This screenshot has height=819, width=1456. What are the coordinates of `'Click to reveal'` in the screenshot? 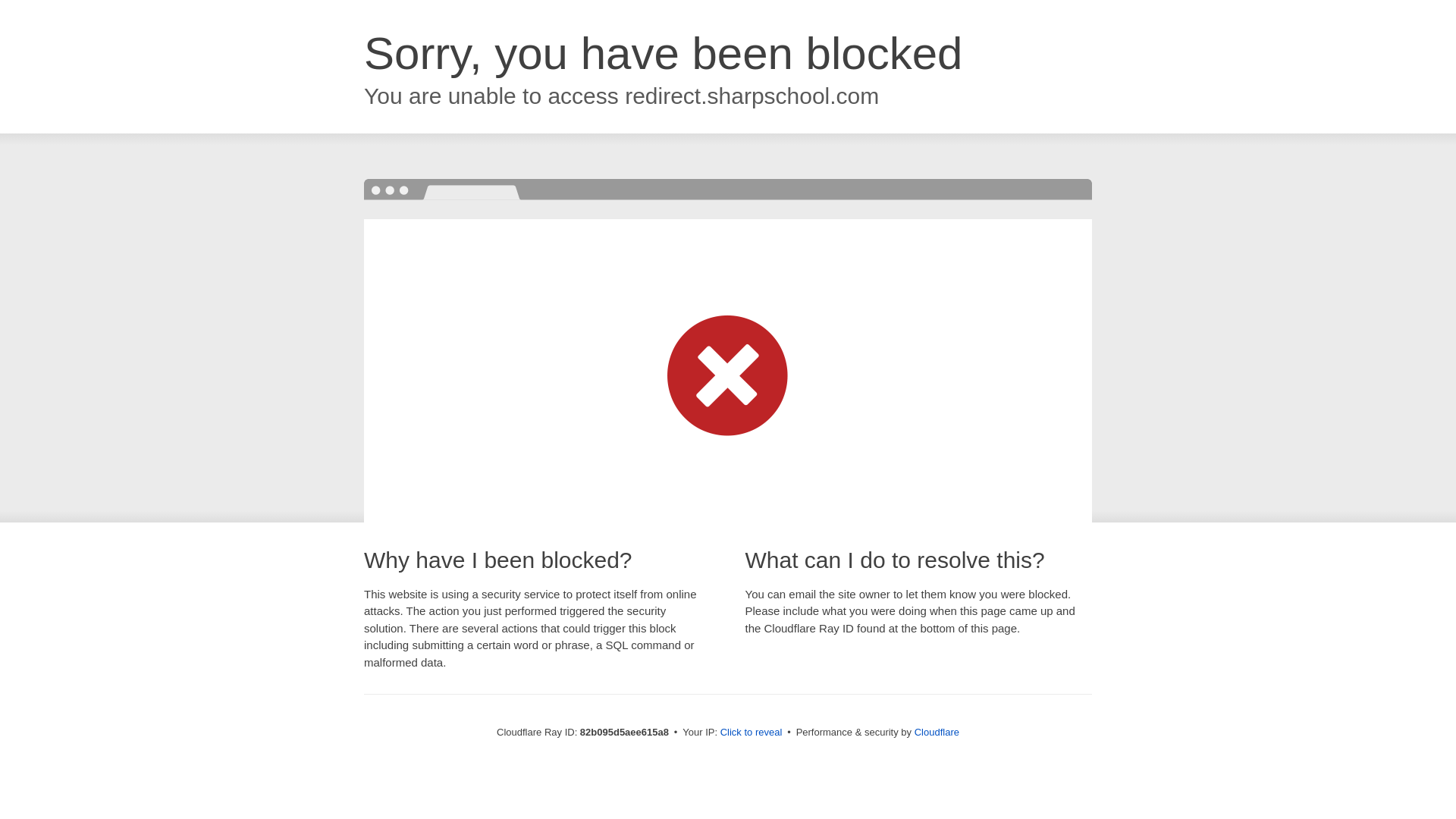 It's located at (751, 731).